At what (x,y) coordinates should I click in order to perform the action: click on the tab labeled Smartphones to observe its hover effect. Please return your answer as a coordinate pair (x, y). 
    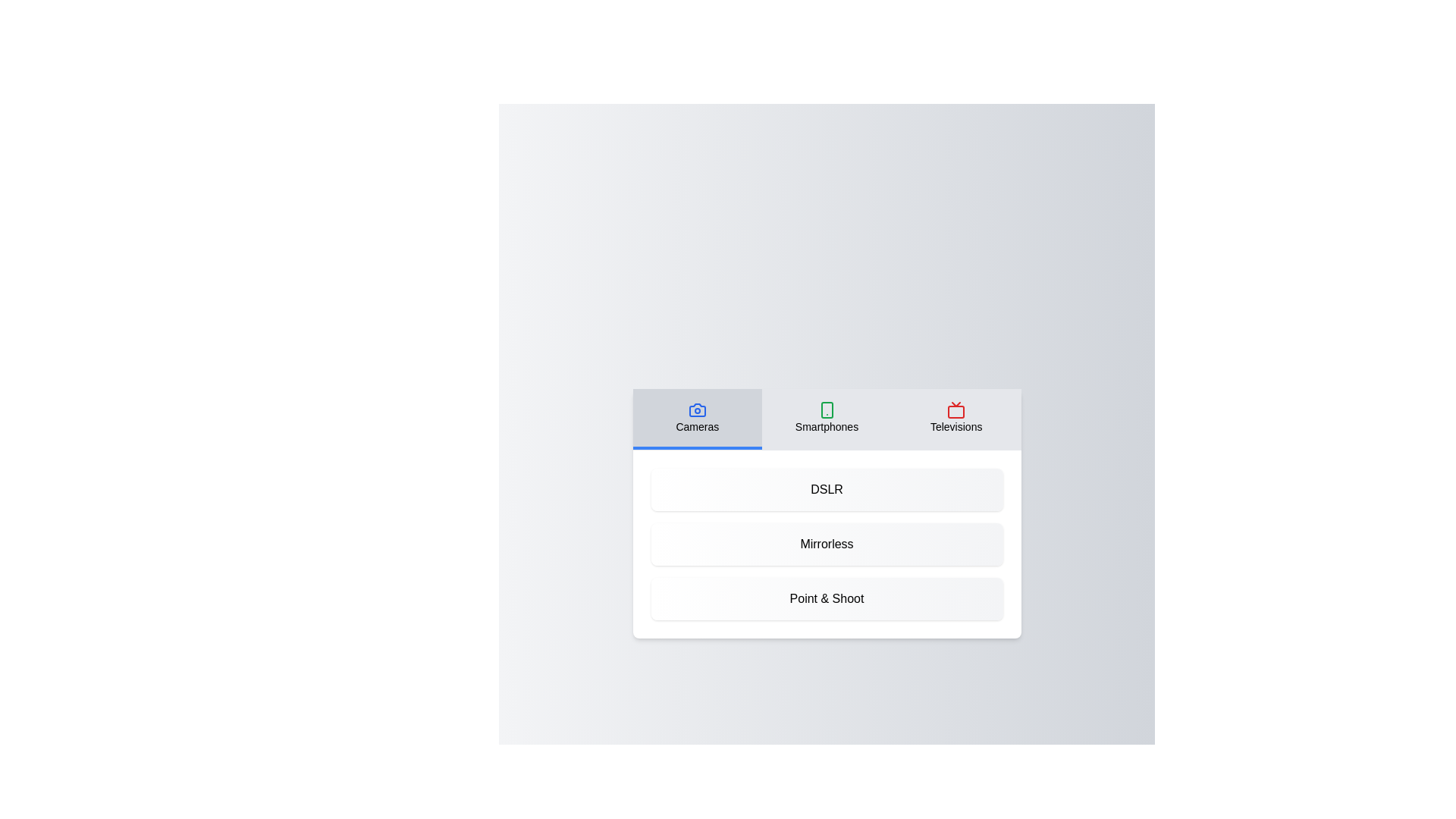
    Looking at the image, I should click on (826, 419).